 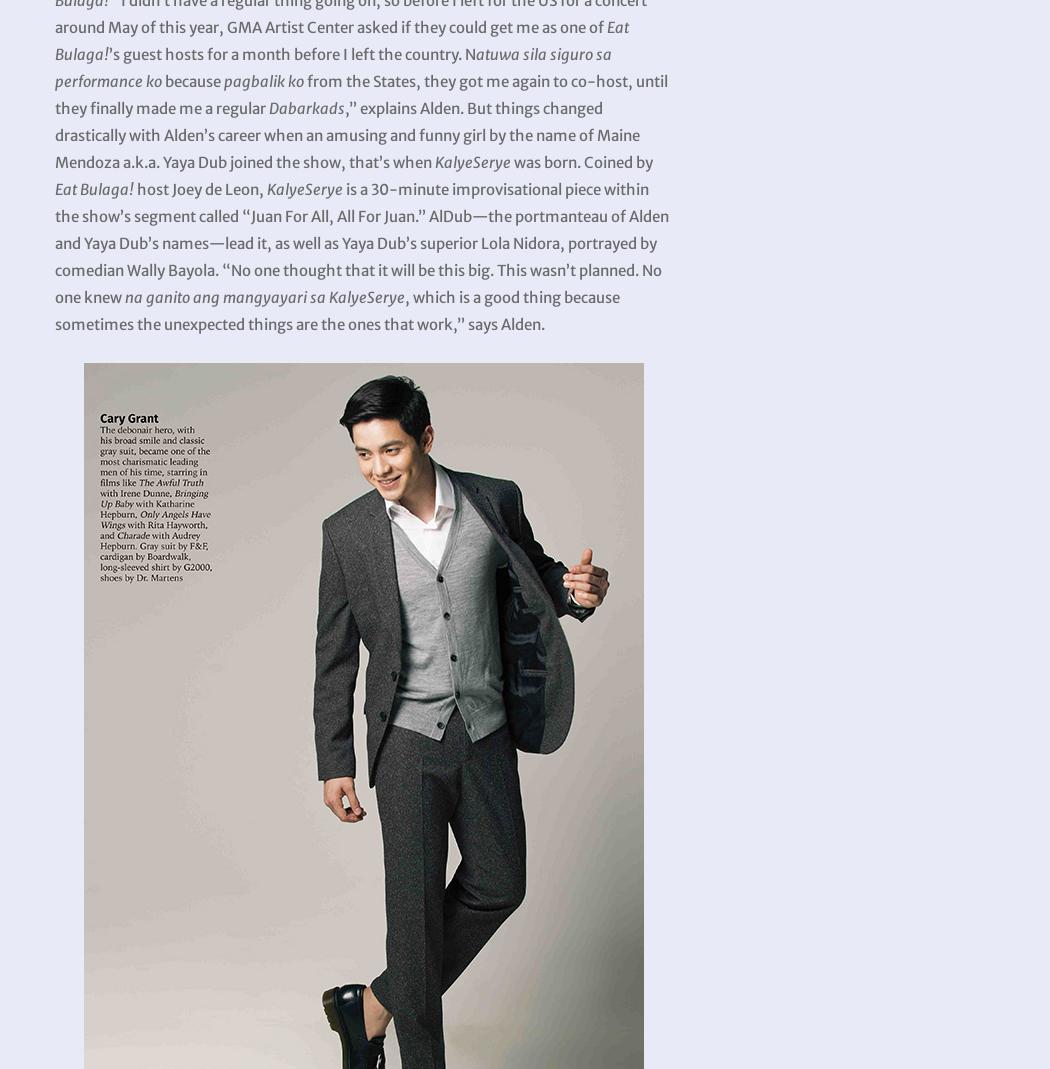 I want to click on 'na ganito ang mangyayari sa KalyeSerye', so click(x=264, y=296).